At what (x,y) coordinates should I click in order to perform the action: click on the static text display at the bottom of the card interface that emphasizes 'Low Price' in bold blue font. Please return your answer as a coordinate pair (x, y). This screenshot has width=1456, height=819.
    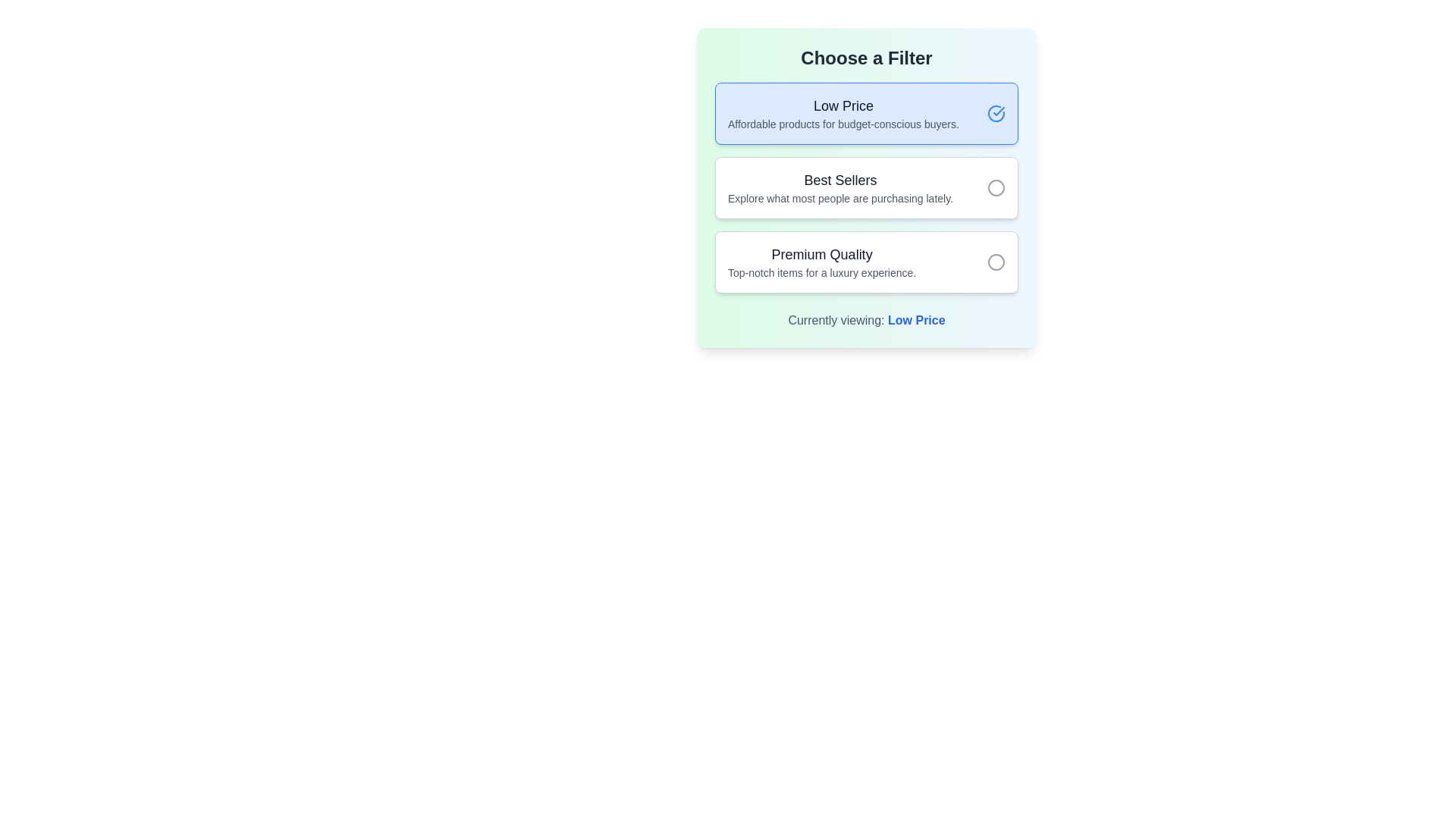
    Looking at the image, I should click on (866, 320).